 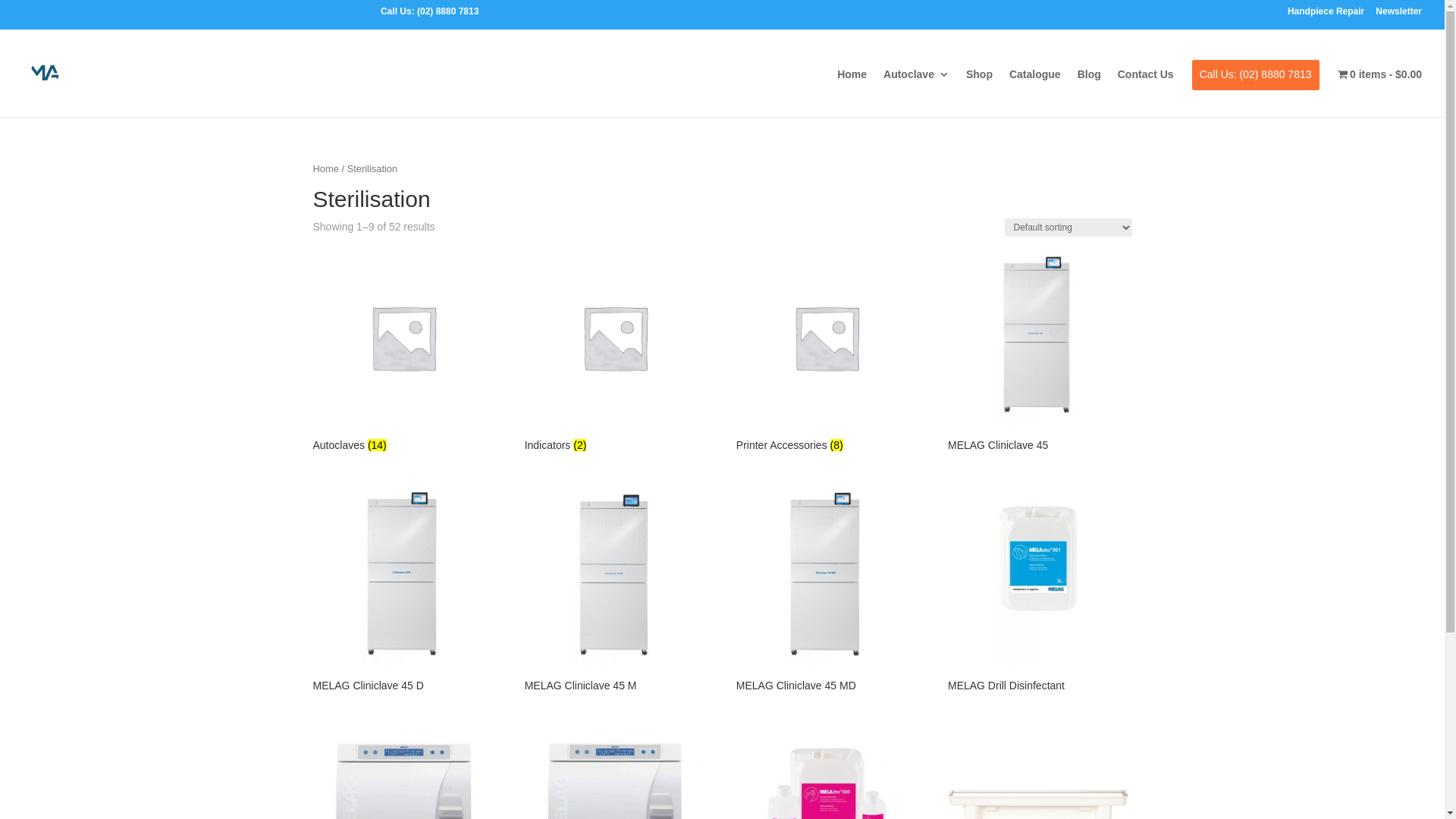 What do you see at coordinates (852, 86) in the screenshot?
I see `'Home'` at bounding box center [852, 86].